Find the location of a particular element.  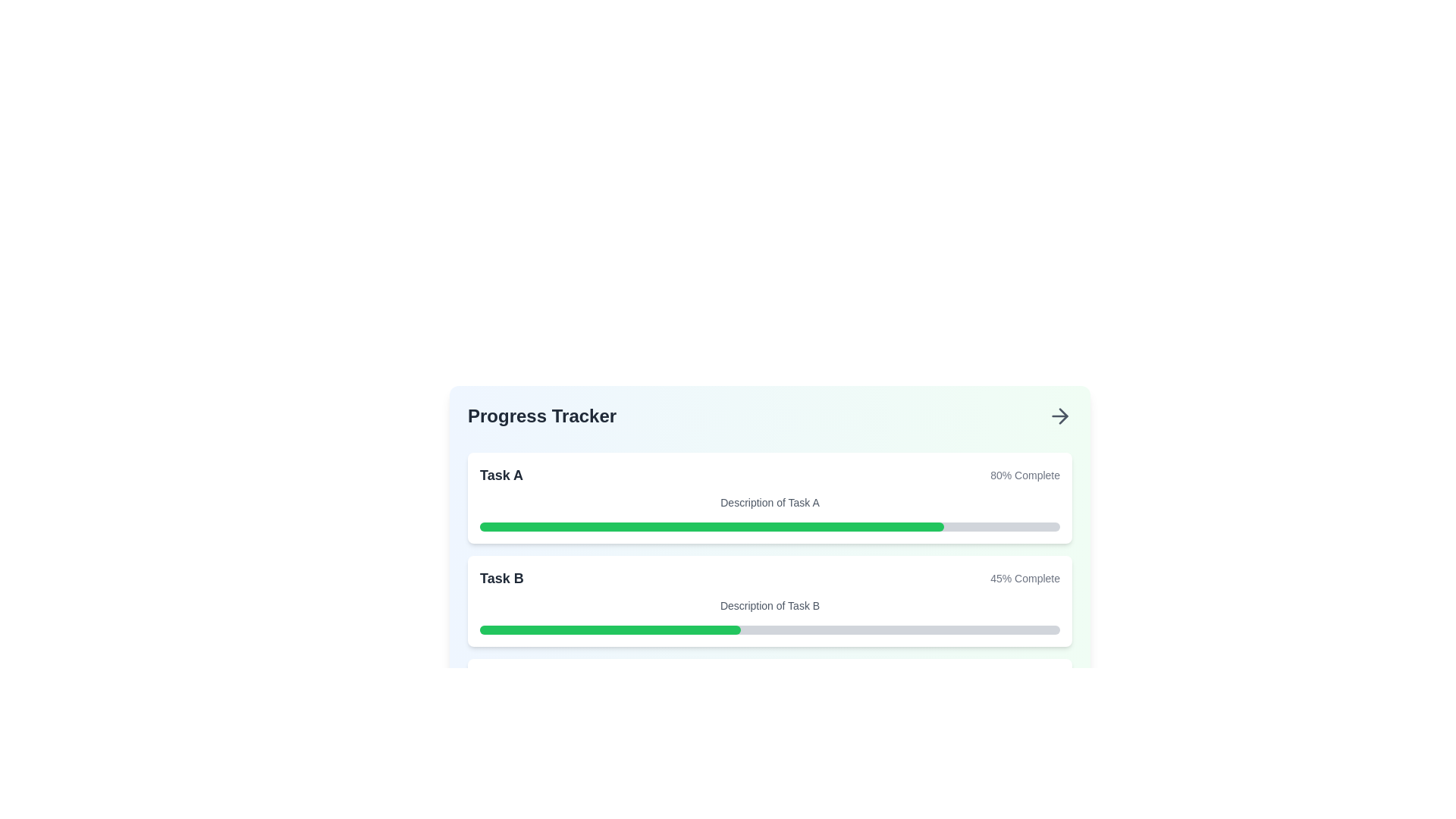

the filled section of the progress bar located beneath 'Task B', which visually indicates completion status and fills the leftmost 60% of the bar is located at coordinates (654, 733).